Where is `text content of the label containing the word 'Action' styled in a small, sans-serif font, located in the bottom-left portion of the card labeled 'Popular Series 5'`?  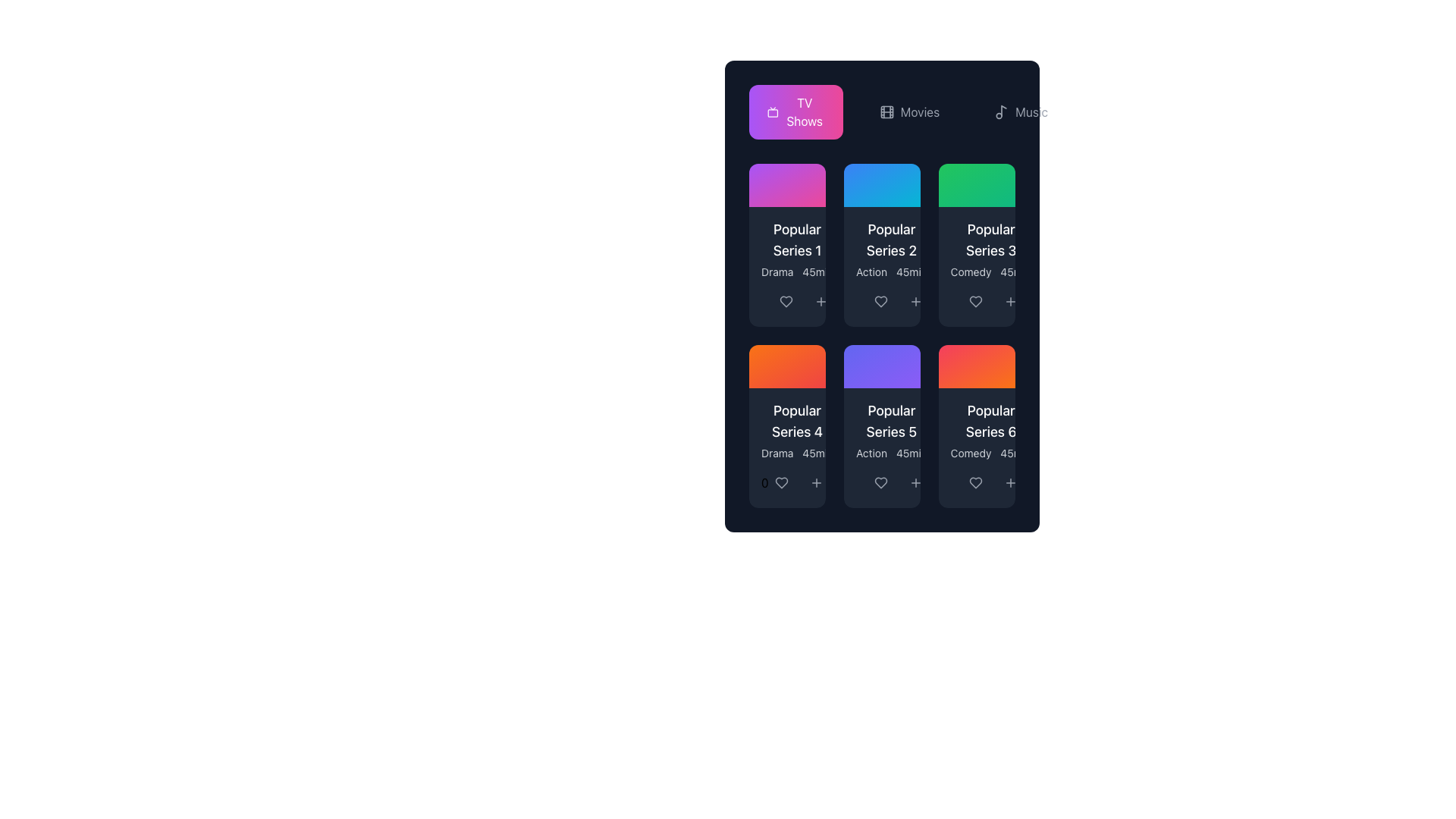
text content of the label containing the word 'Action' styled in a small, sans-serif font, located in the bottom-left portion of the card labeled 'Popular Series 5' is located at coordinates (871, 271).